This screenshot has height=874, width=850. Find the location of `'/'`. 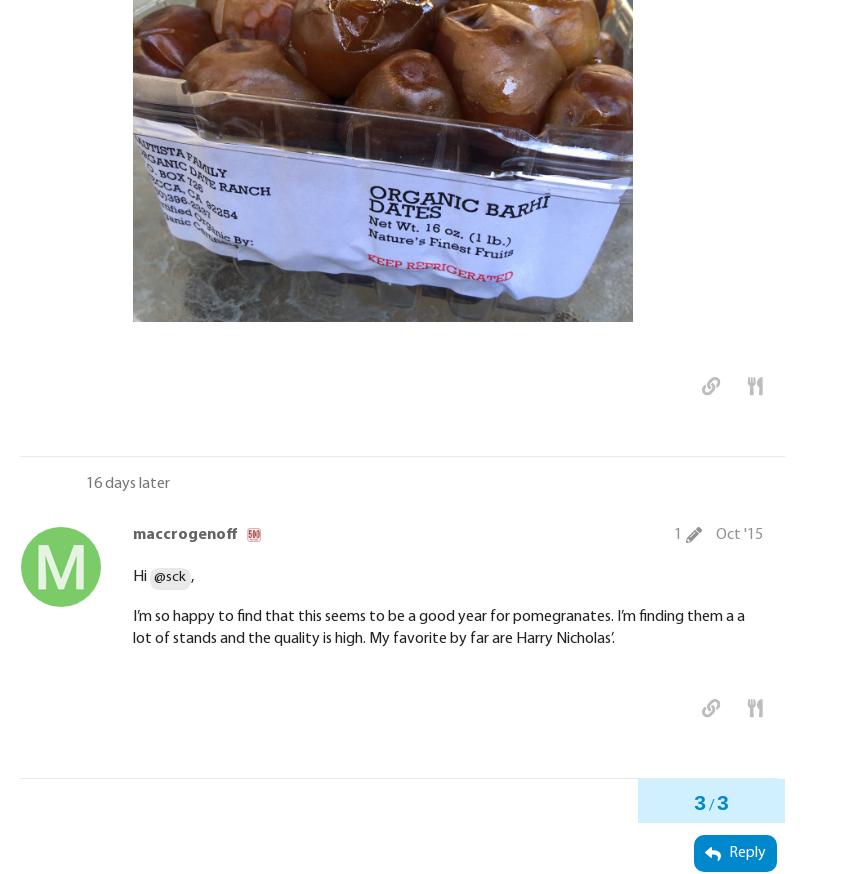

'/' is located at coordinates (707, 806).